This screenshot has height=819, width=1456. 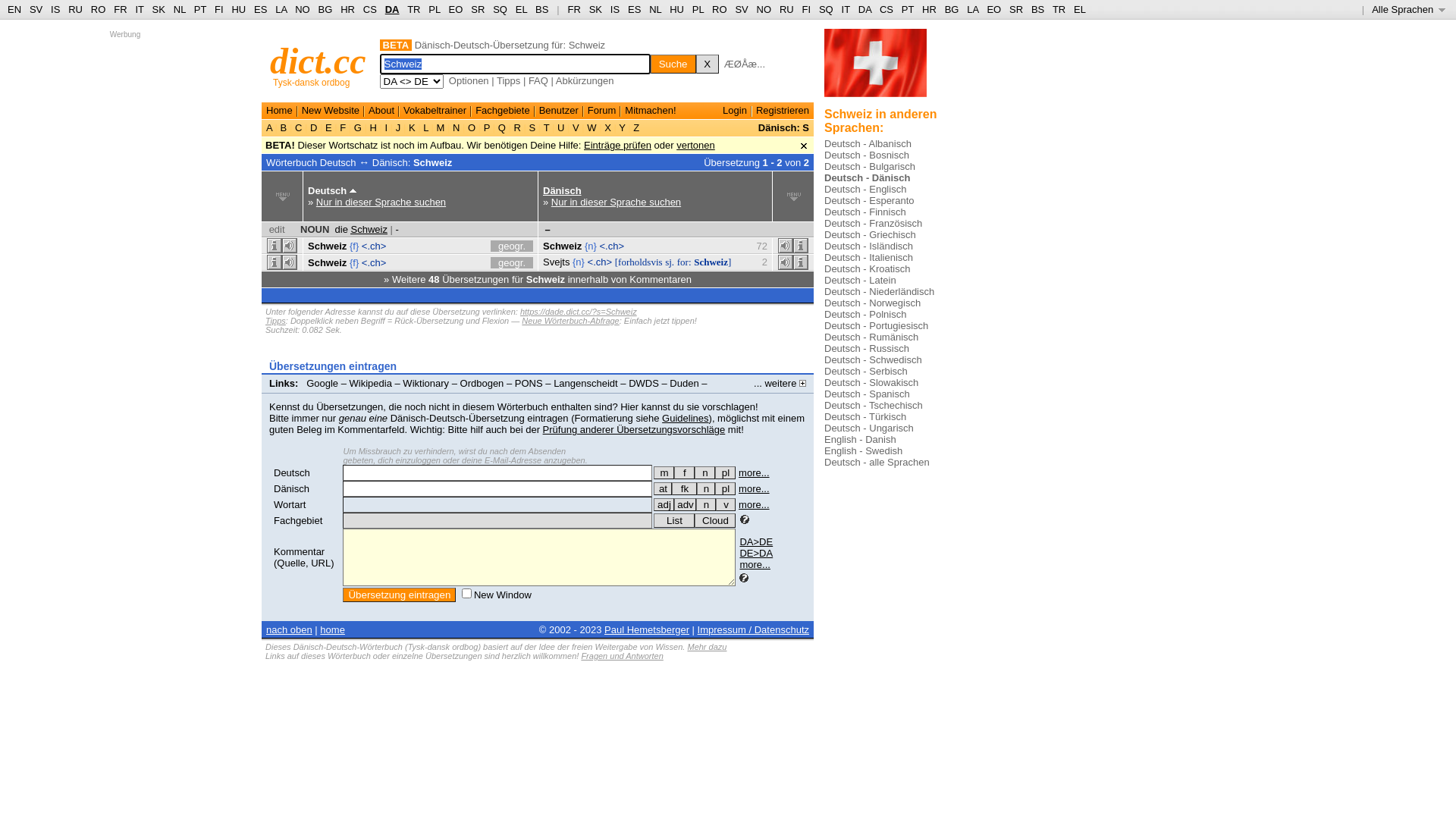 What do you see at coordinates (669, 382) in the screenshot?
I see `'Duden'` at bounding box center [669, 382].